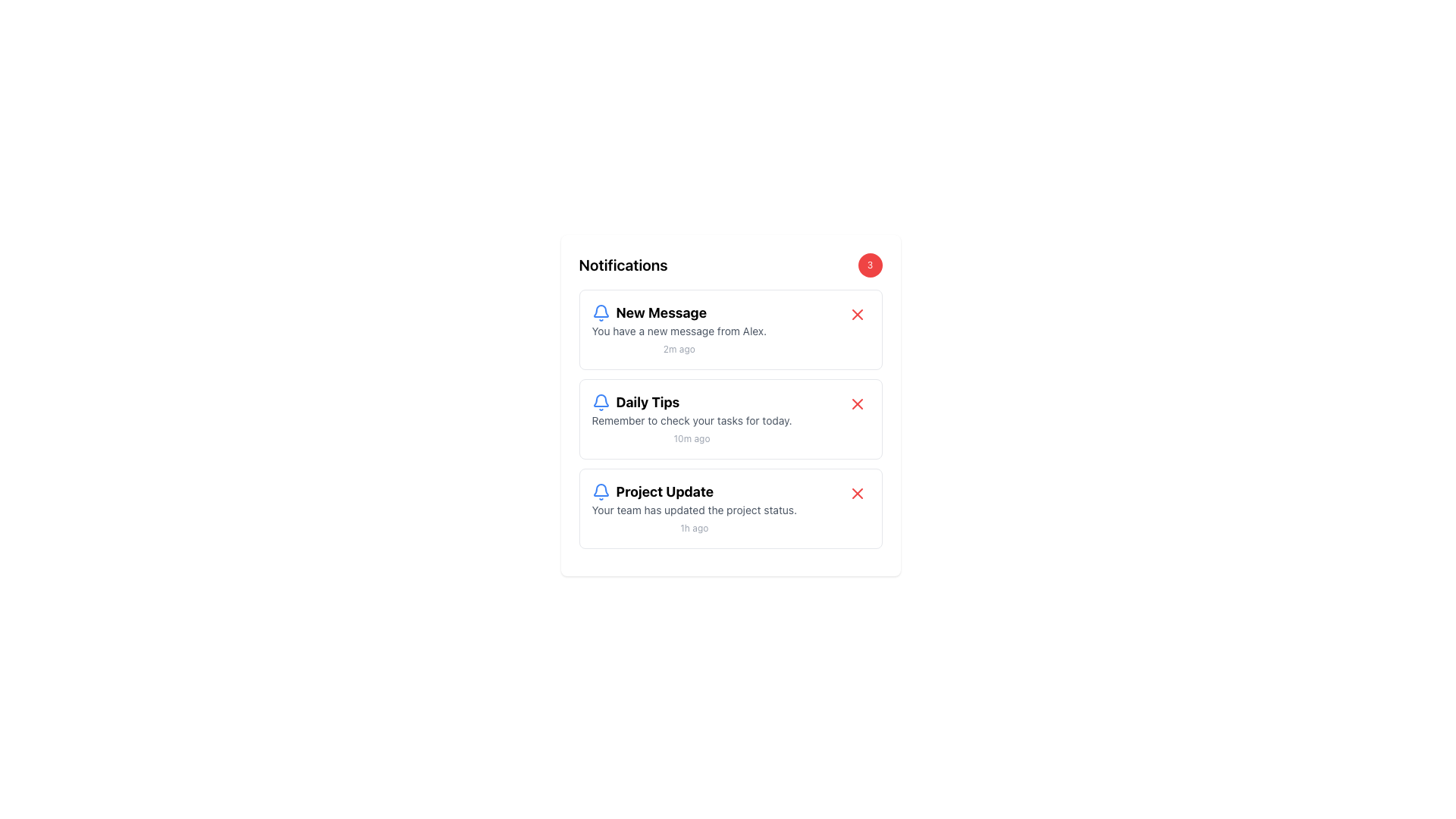 This screenshot has height=819, width=1456. Describe the element at coordinates (857, 403) in the screenshot. I see `the Close button located in the second notification card labeled 'Daily Tips'` at that location.